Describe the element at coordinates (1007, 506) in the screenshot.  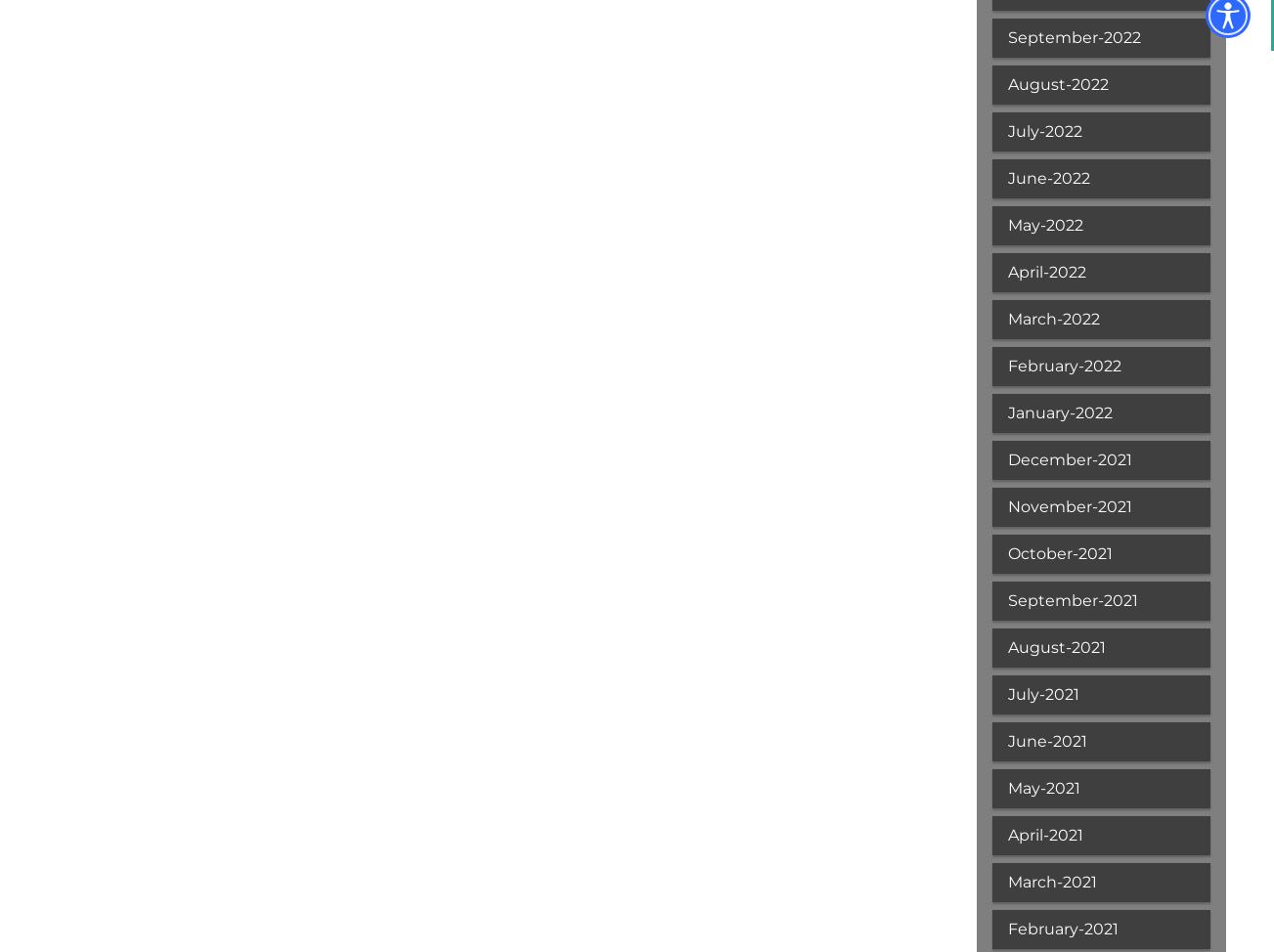
I see `'November-2021'` at that location.